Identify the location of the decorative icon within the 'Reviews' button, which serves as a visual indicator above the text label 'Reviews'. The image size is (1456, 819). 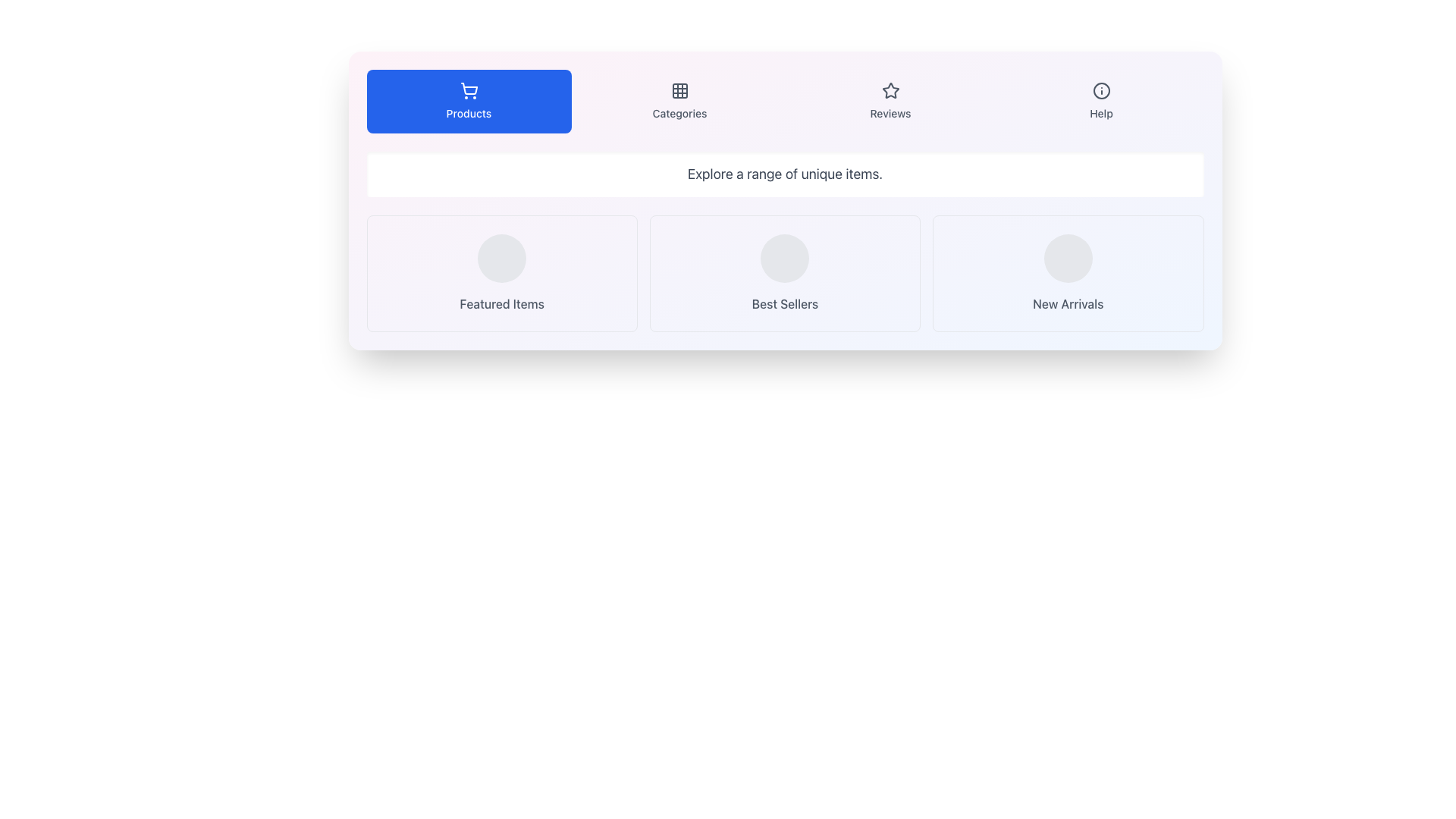
(890, 90).